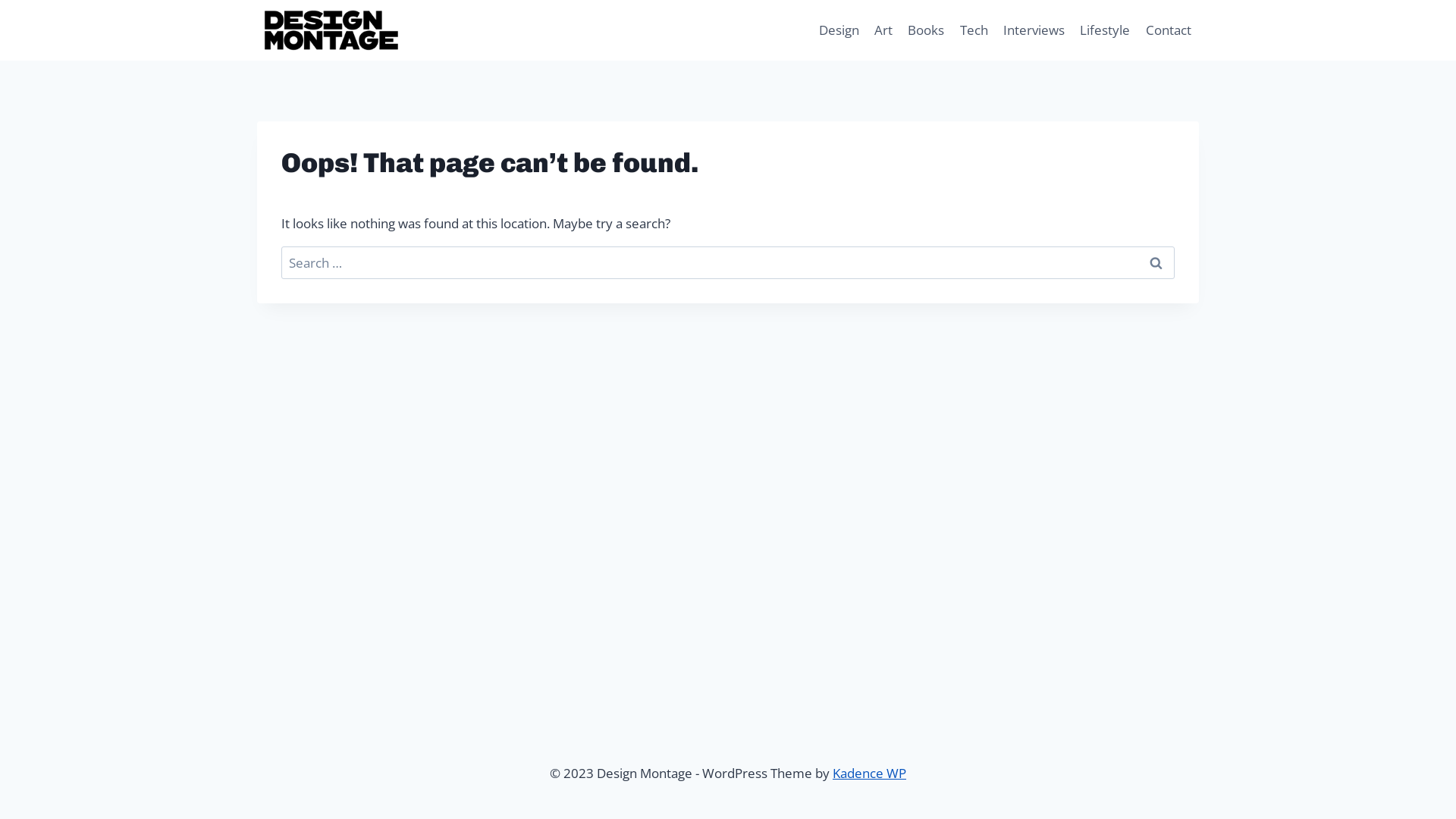 The width and height of the screenshot is (1456, 819). I want to click on 'Kadence WP', so click(869, 773).